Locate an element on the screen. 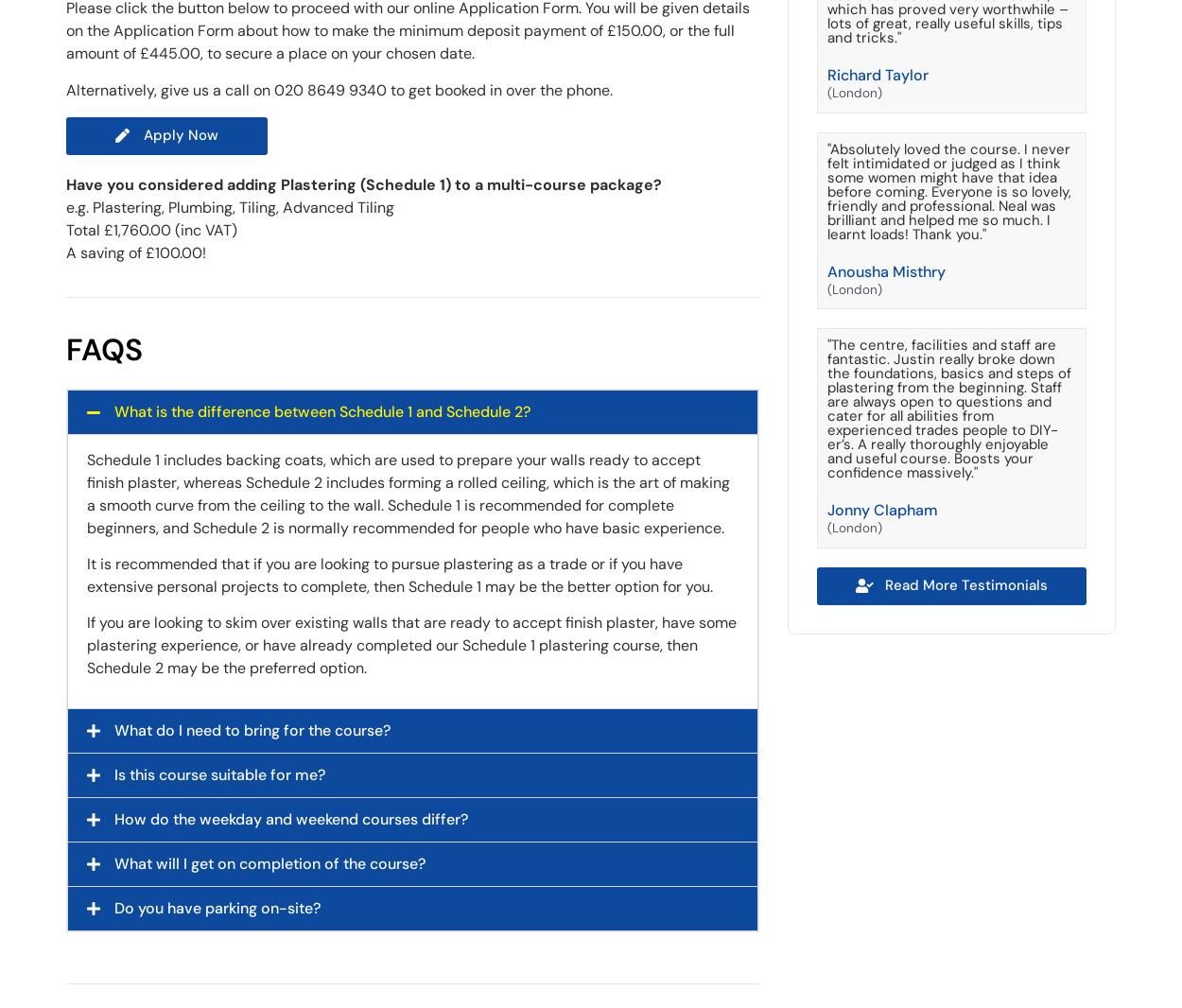 Image resolution: width=1182 pixels, height=1008 pixels. 'Is this course suitable for me?' is located at coordinates (218, 773).